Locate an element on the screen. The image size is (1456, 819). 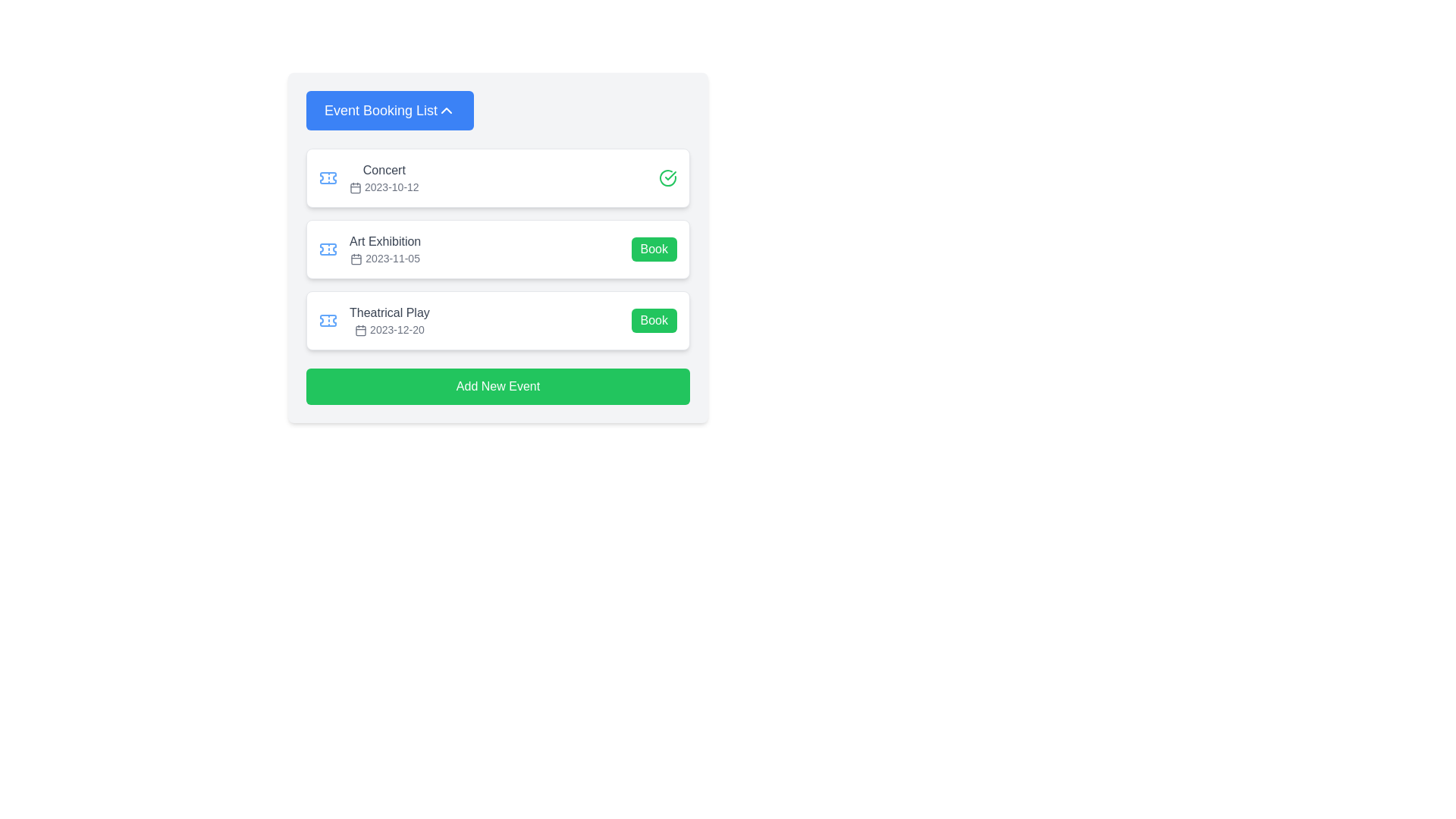
the light blue ticket-shaped SVG icon next to the text 'Art Exhibition' in the second event item of the list is located at coordinates (327, 248).